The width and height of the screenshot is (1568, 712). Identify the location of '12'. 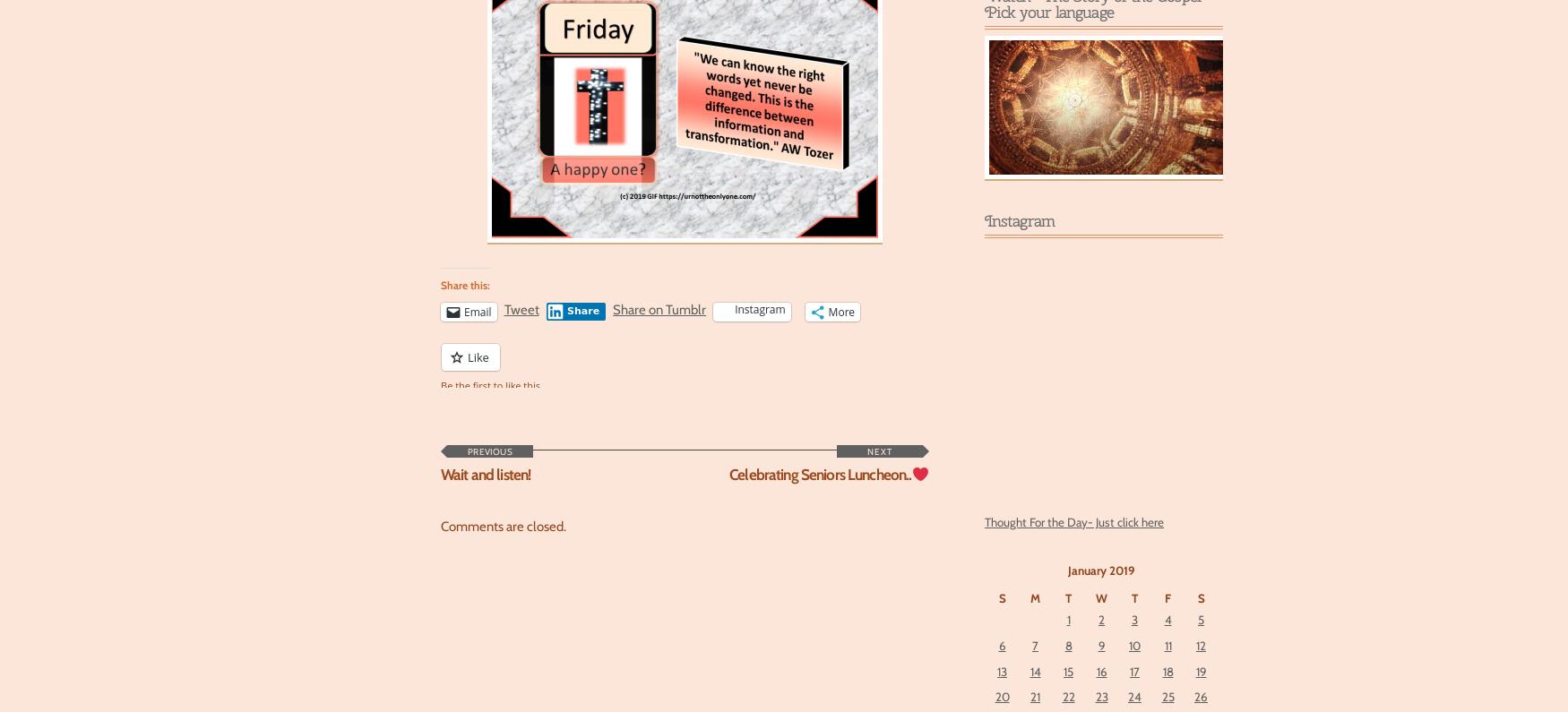
(1201, 645).